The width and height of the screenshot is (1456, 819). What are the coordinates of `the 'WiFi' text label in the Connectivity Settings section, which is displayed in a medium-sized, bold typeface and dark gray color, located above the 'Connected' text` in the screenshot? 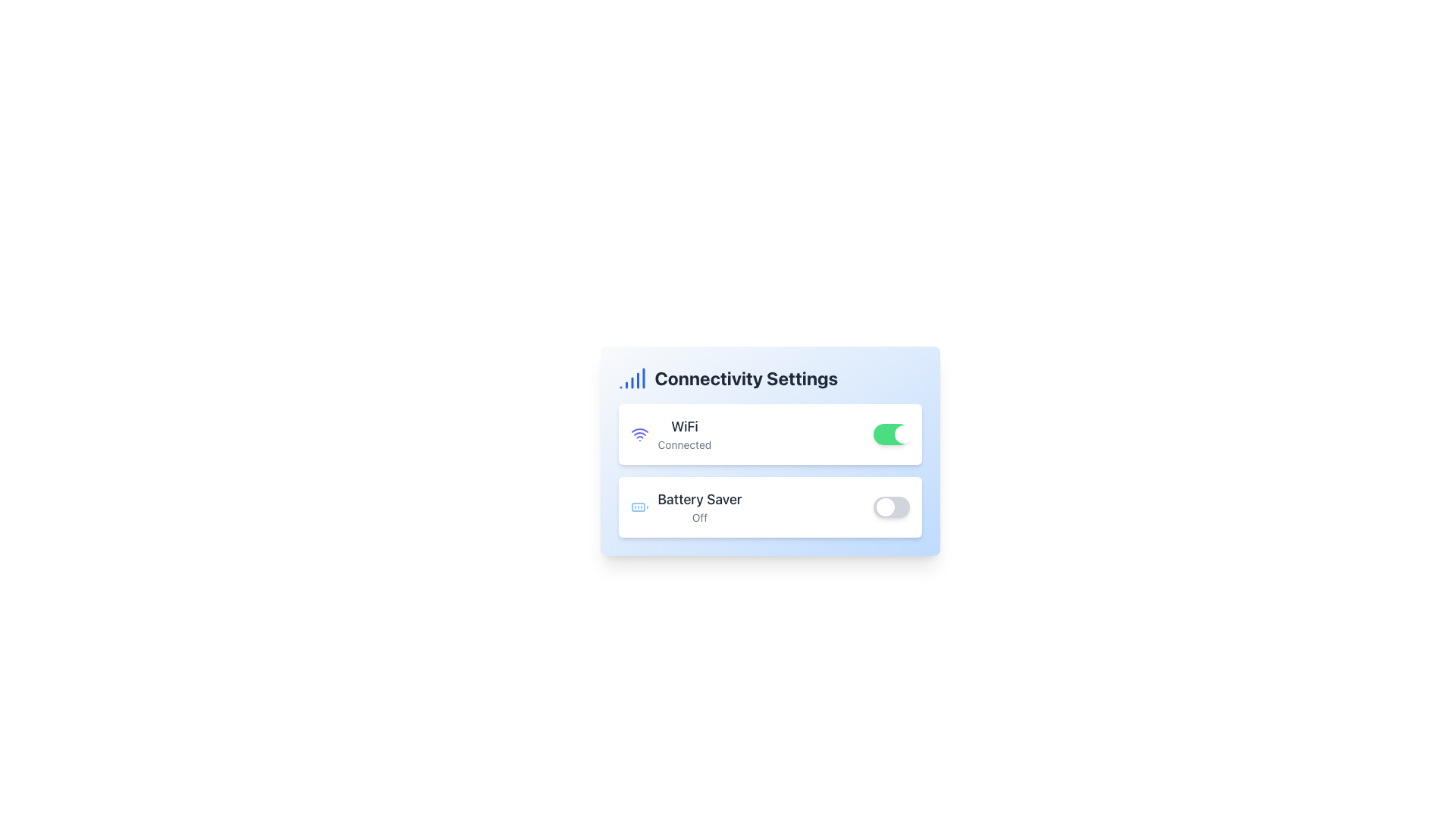 It's located at (683, 427).